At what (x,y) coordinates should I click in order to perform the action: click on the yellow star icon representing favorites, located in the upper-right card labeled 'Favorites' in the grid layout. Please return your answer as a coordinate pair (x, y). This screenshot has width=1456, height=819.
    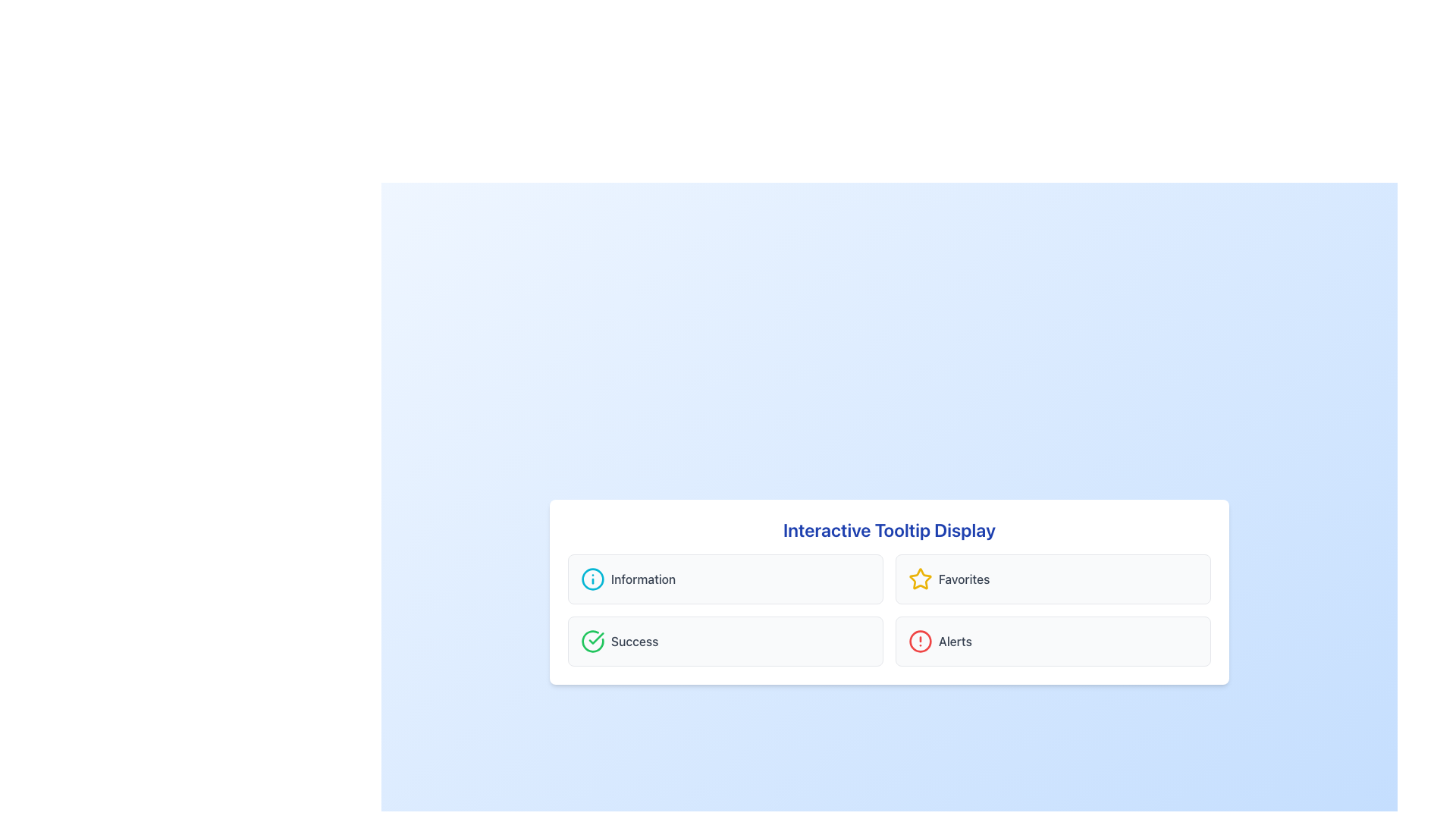
    Looking at the image, I should click on (920, 579).